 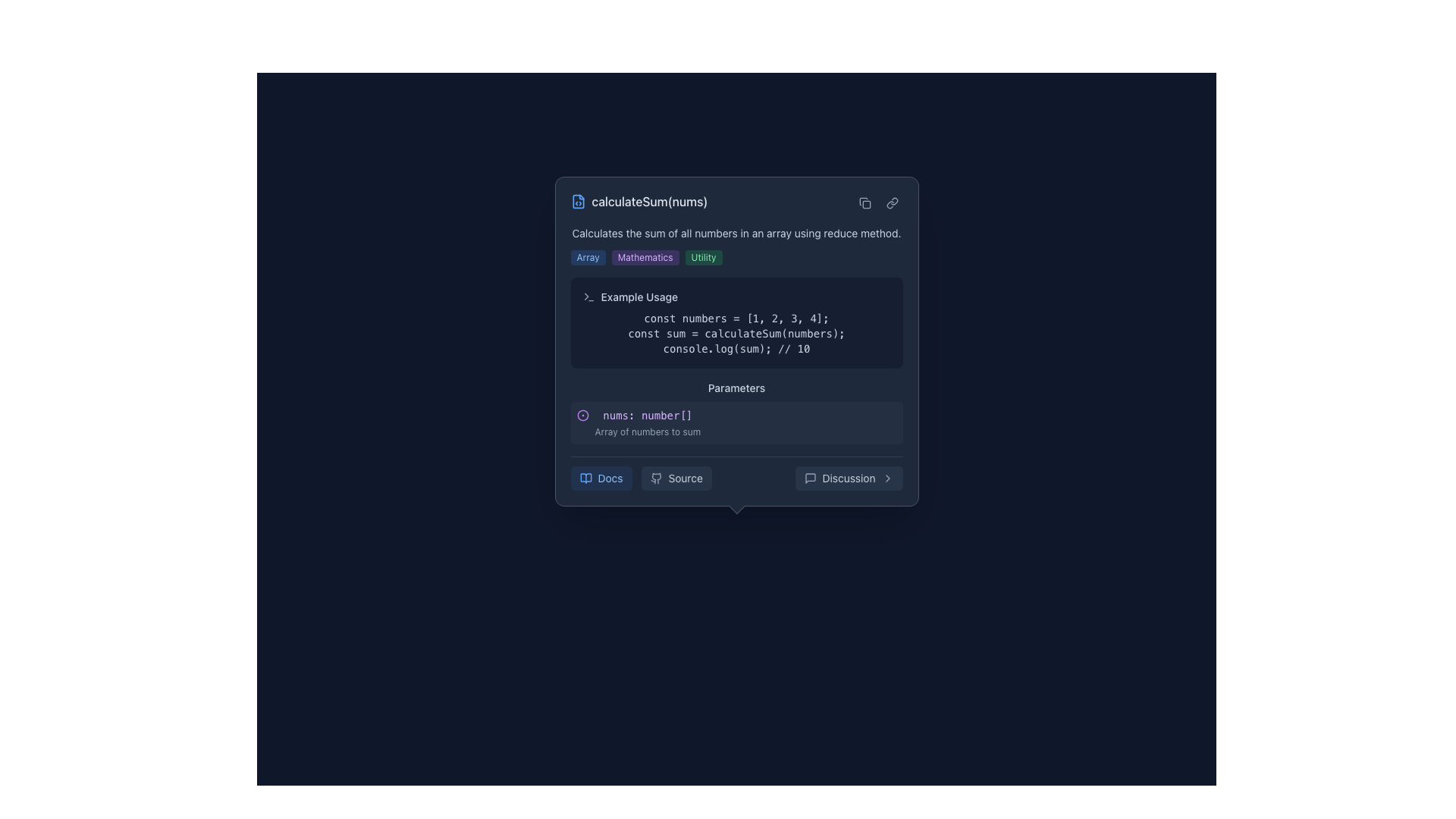 What do you see at coordinates (641, 479) in the screenshot?
I see `the 'Docs' button in the Button Group located at the bottom left of the card interface` at bounding box center [641, 479].